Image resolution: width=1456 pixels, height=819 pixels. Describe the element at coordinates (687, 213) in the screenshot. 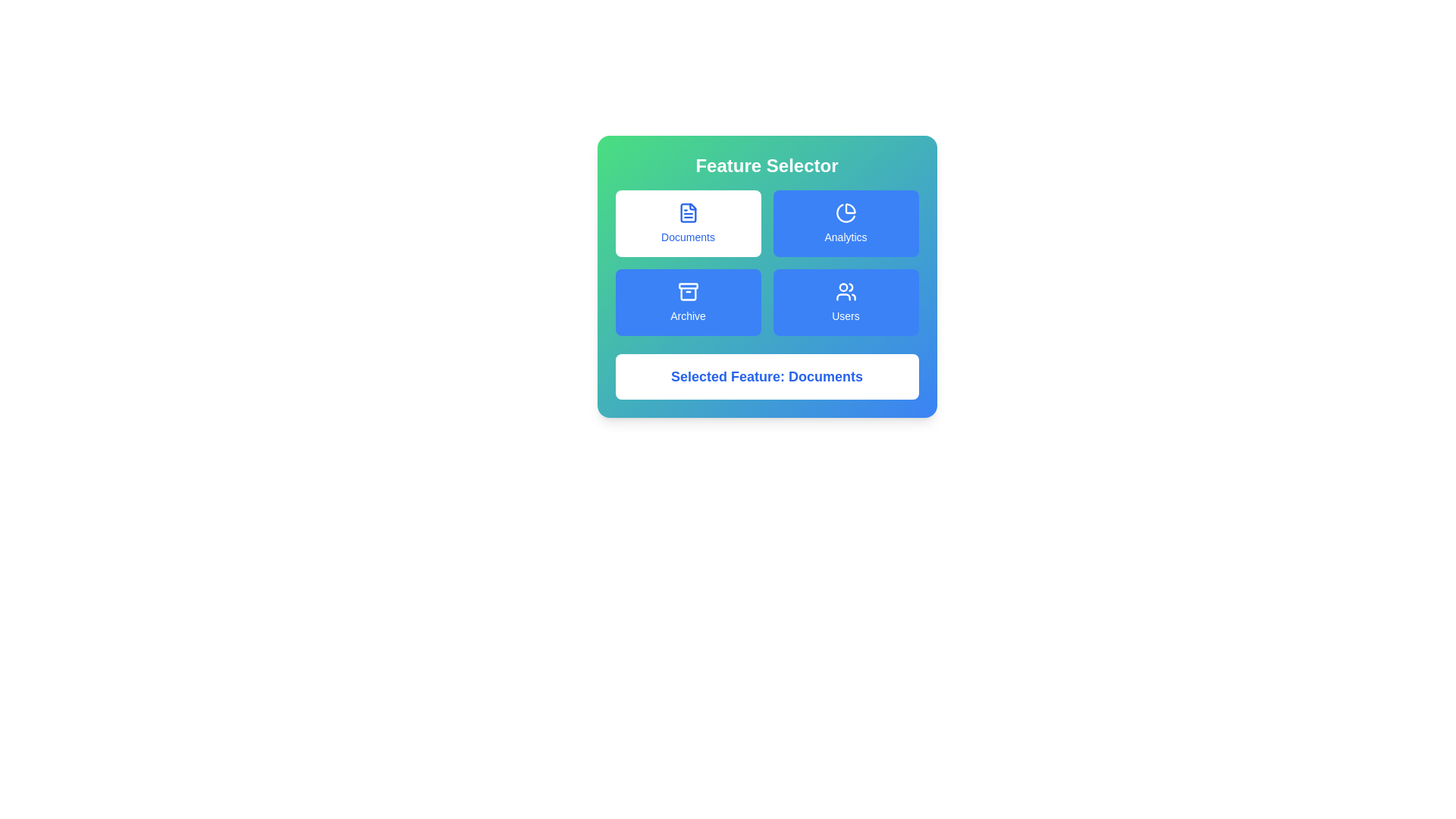

I see `the 'Documents' SVG Icon located centrally within the upper-left white button of the 'Feature Selector' panel` at that location.